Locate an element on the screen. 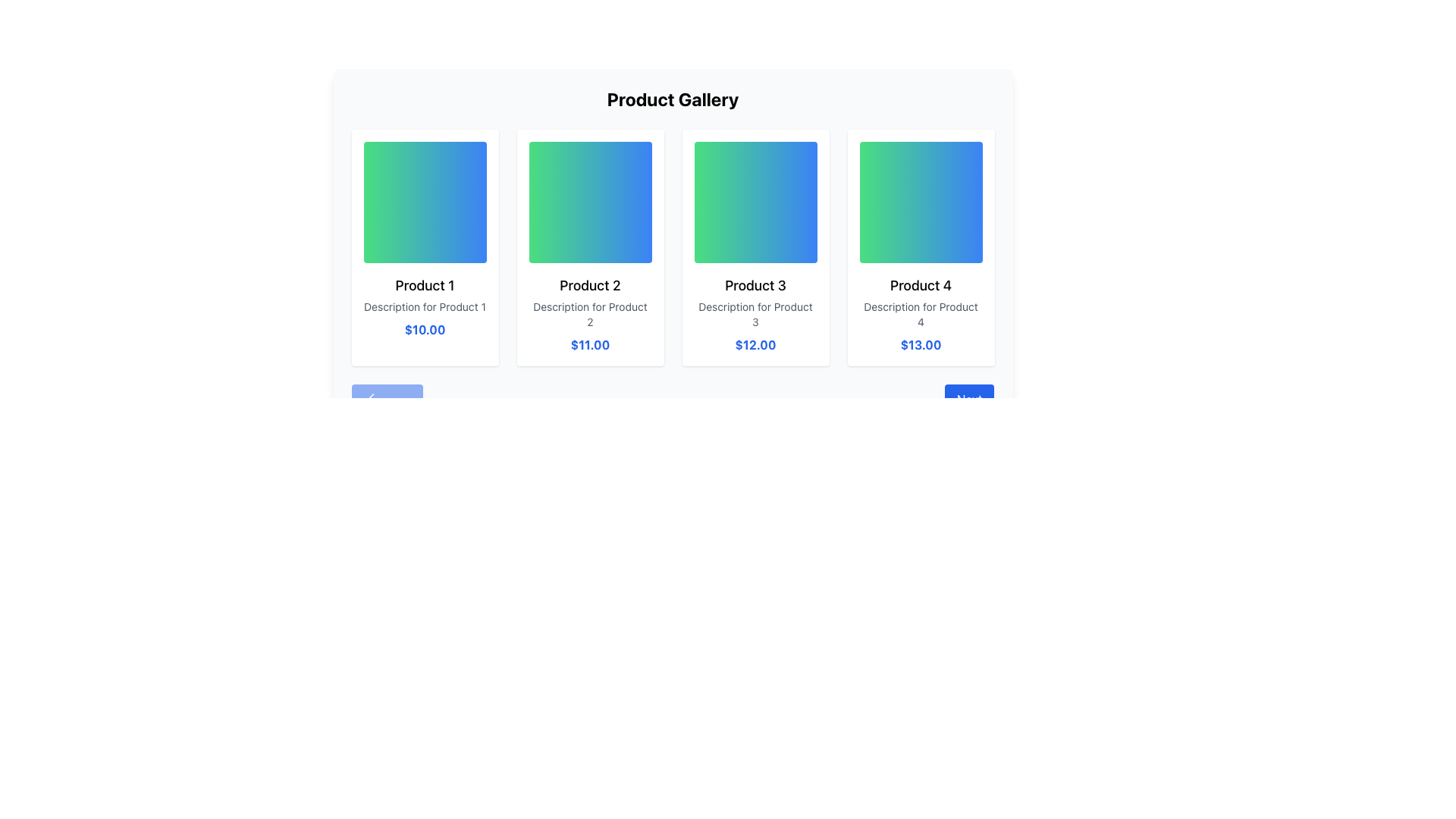  the 'previous page' button located in the bottom-left section of the navigation bar to observe the hover effect is located at coordinates (387, 406).